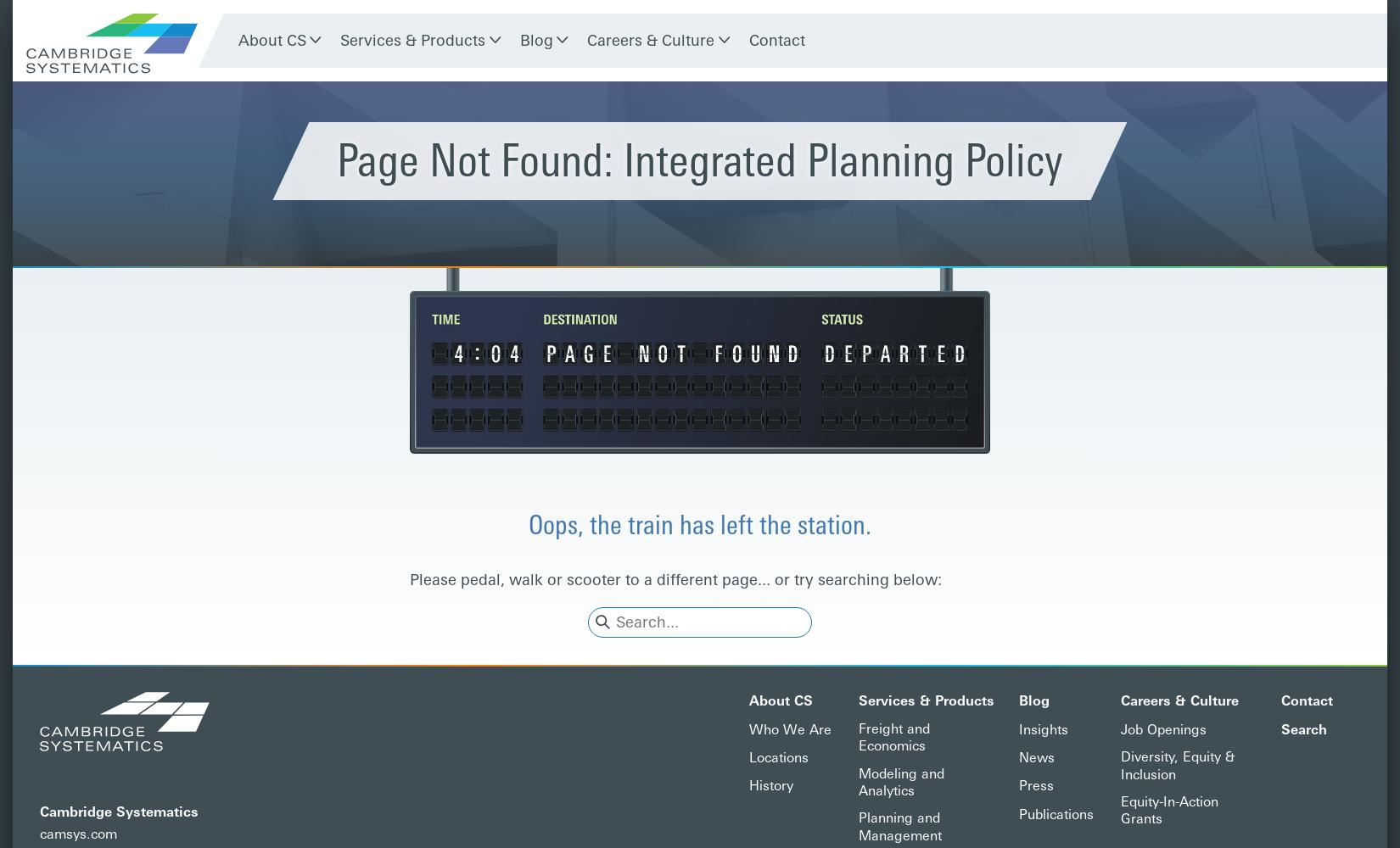 Image resolution: width=1400 pixels, height=848 pixels. What do you see at coordinates (1019, 812) in the screenshot?
I see `'Publications'` at bounding box center [1019, 812].